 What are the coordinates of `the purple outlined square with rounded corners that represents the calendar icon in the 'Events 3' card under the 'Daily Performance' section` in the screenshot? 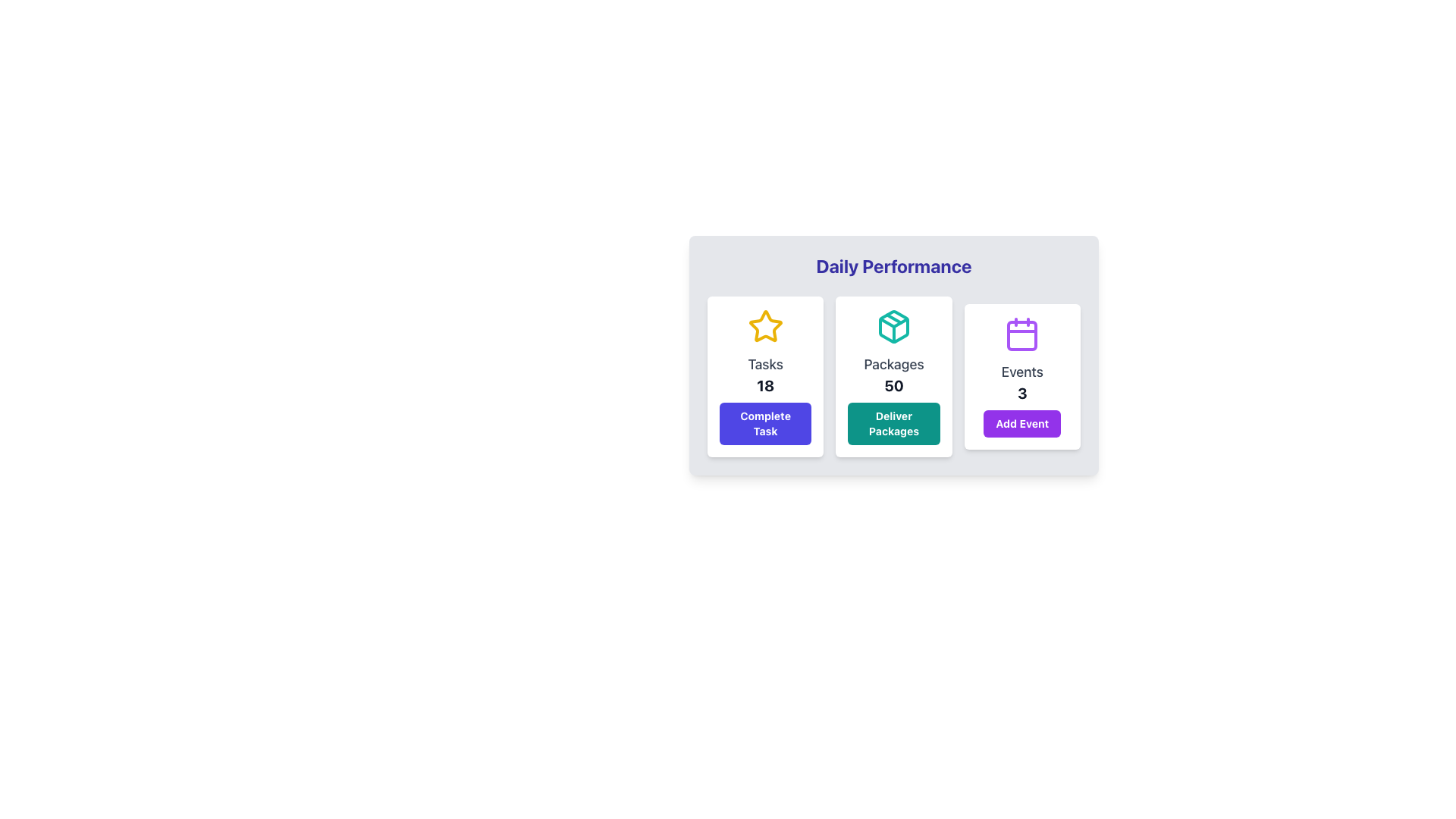 It's located at (1022, 335).